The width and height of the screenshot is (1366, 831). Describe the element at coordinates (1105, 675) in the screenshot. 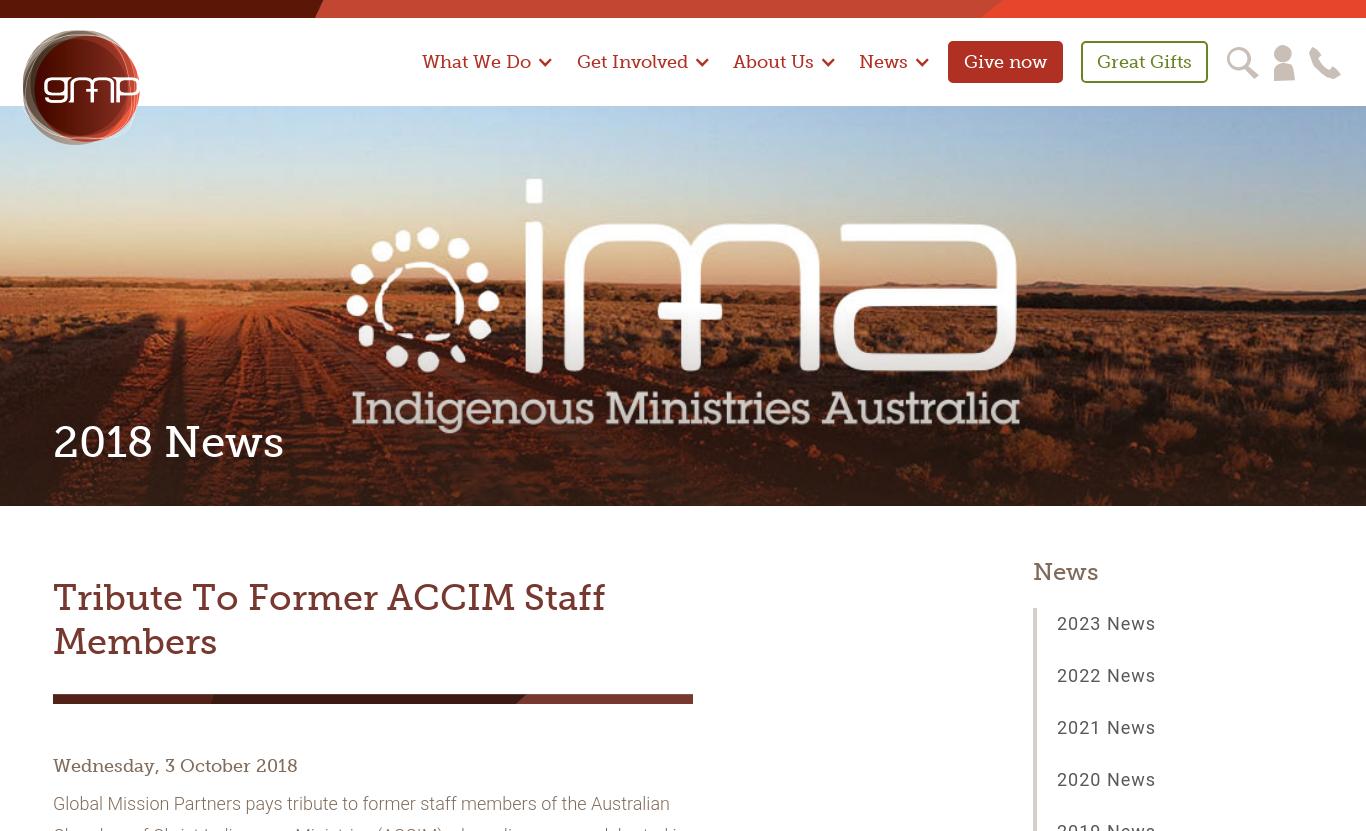

I see `'2022 News'` at that location.